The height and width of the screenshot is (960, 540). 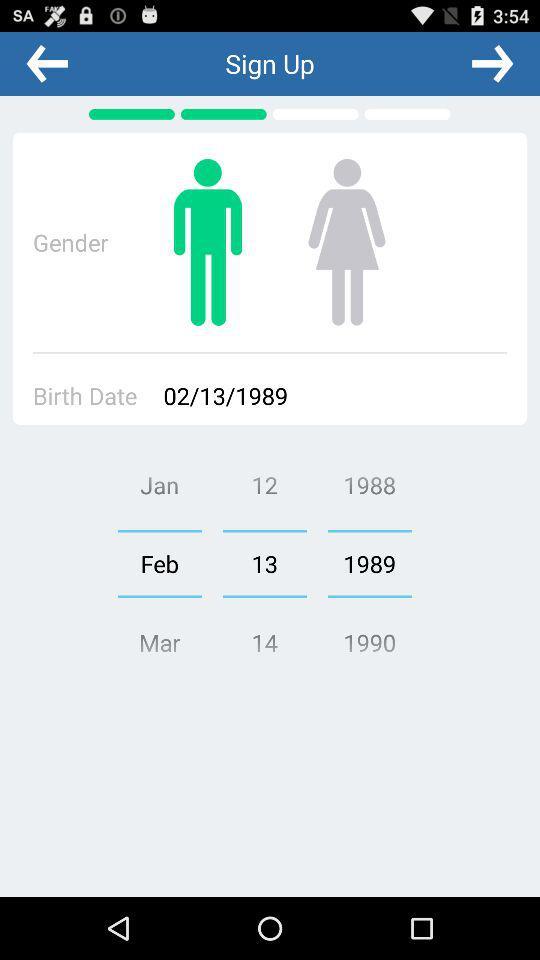 I want to click on next, so click(x=491, y=63).